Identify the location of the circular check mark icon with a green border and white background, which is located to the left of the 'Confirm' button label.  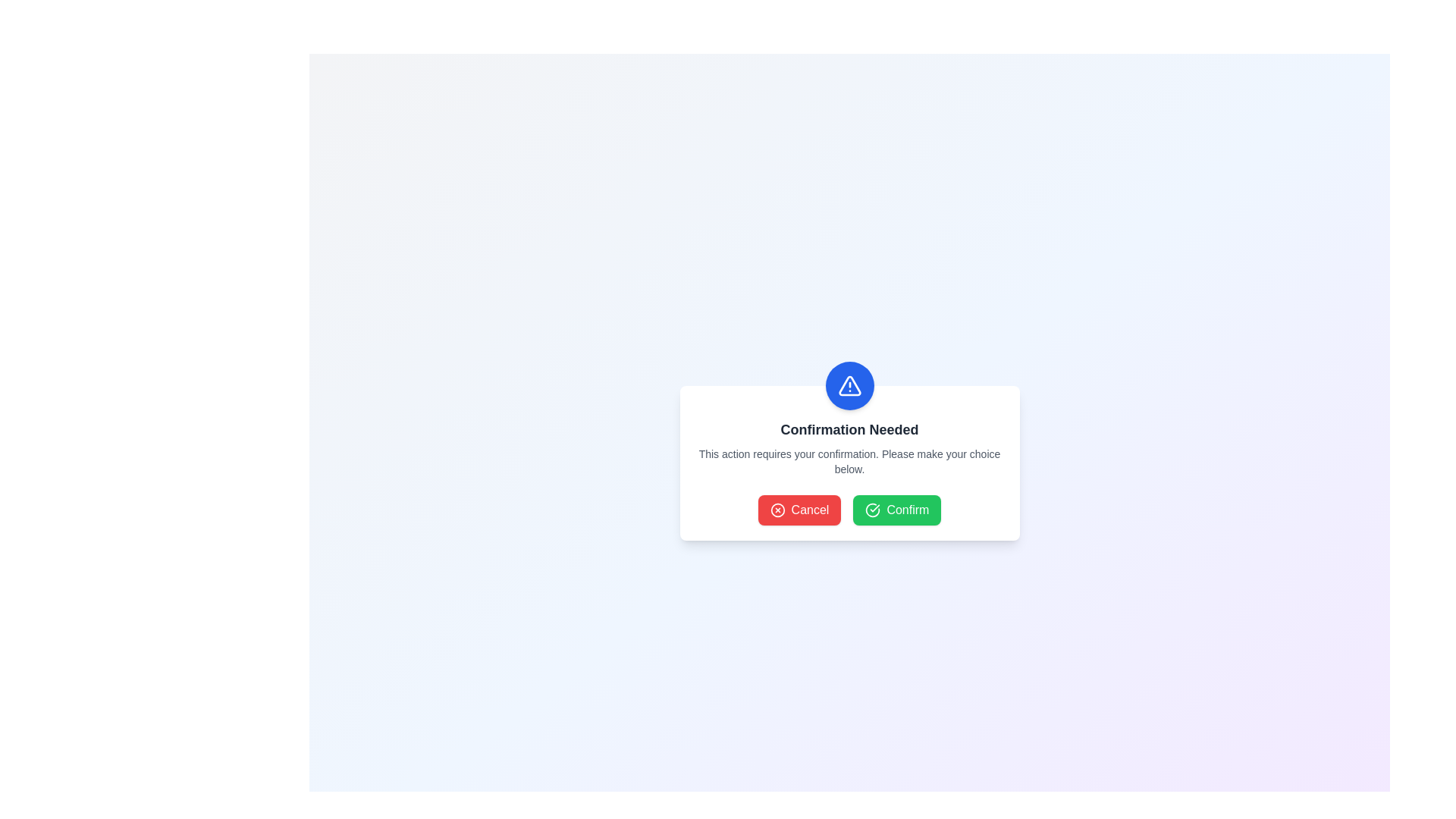
(873, 510).